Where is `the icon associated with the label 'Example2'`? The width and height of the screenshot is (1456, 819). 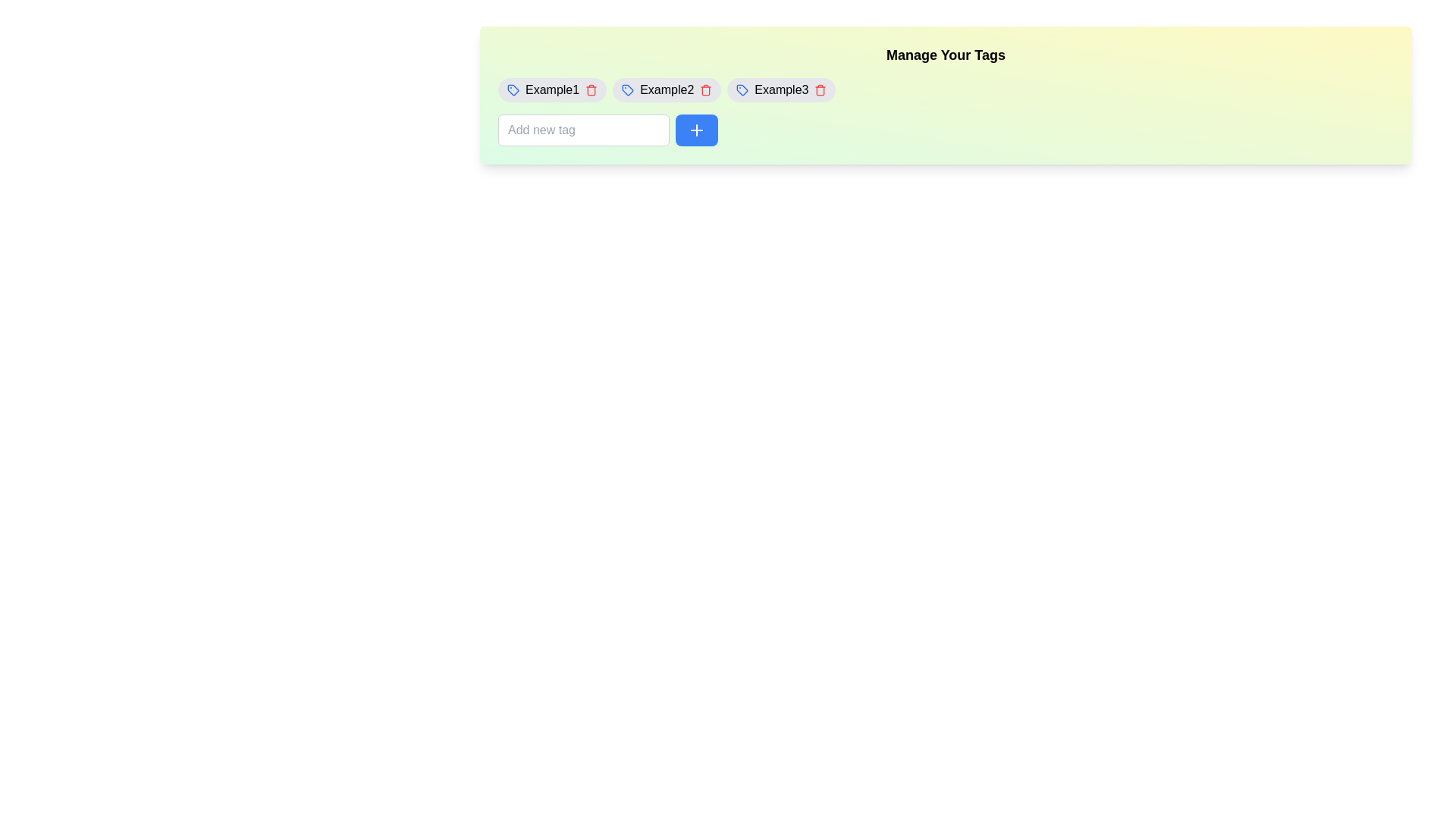 the icon associated with the label 'Example2' is located at coordinates (628, 90).